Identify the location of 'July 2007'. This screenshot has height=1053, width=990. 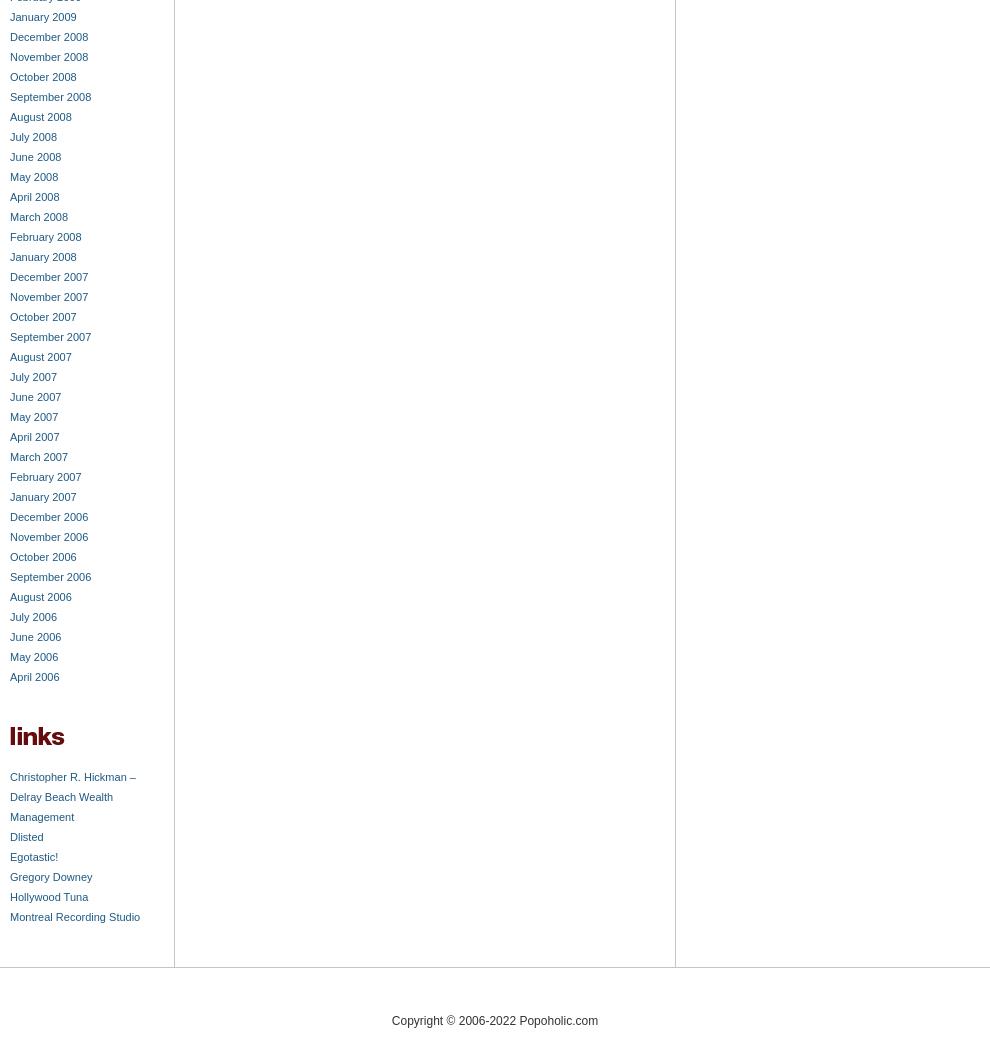
(32, 375).